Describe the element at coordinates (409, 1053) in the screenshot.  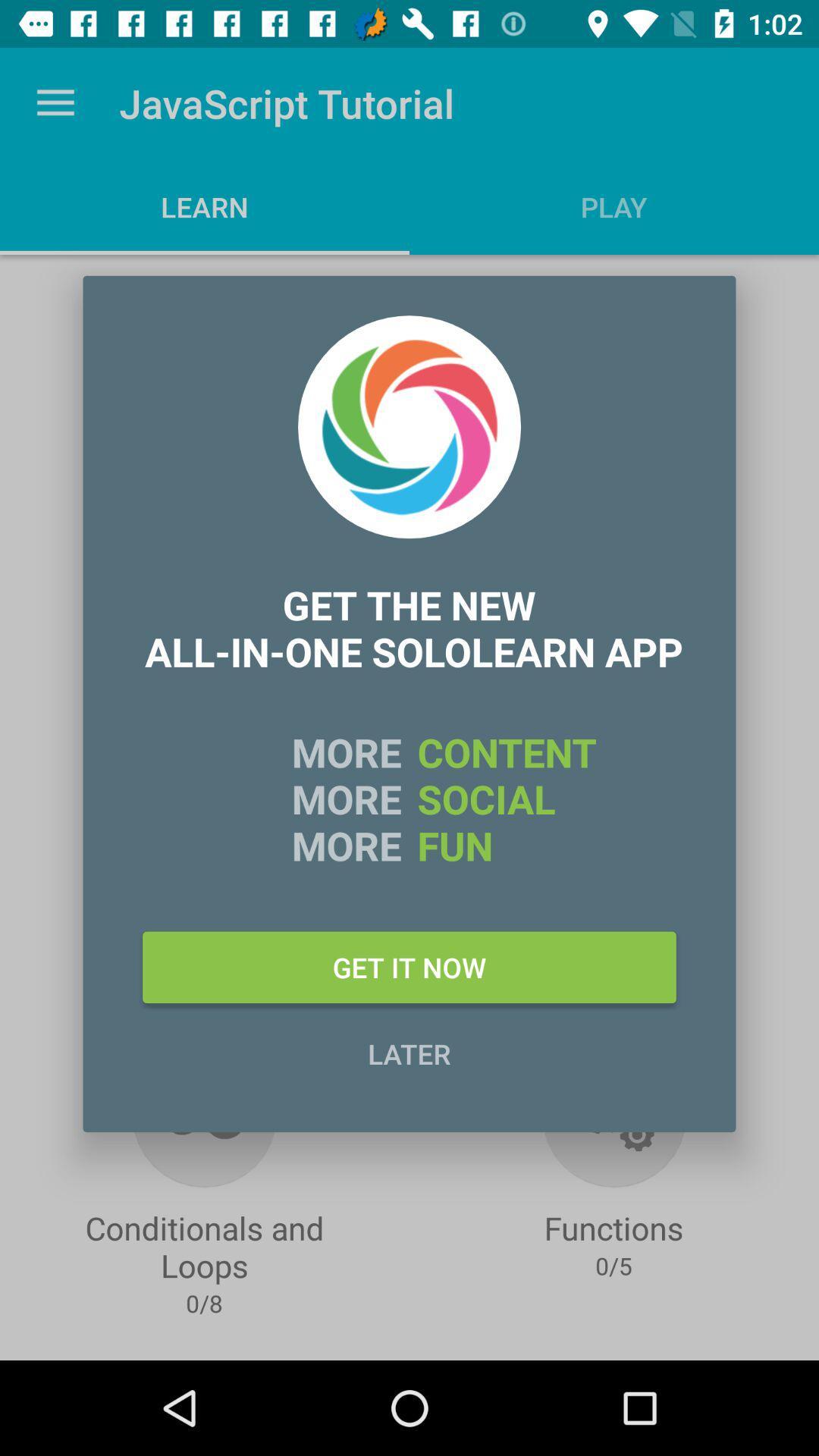
I see `later icon` at that location.